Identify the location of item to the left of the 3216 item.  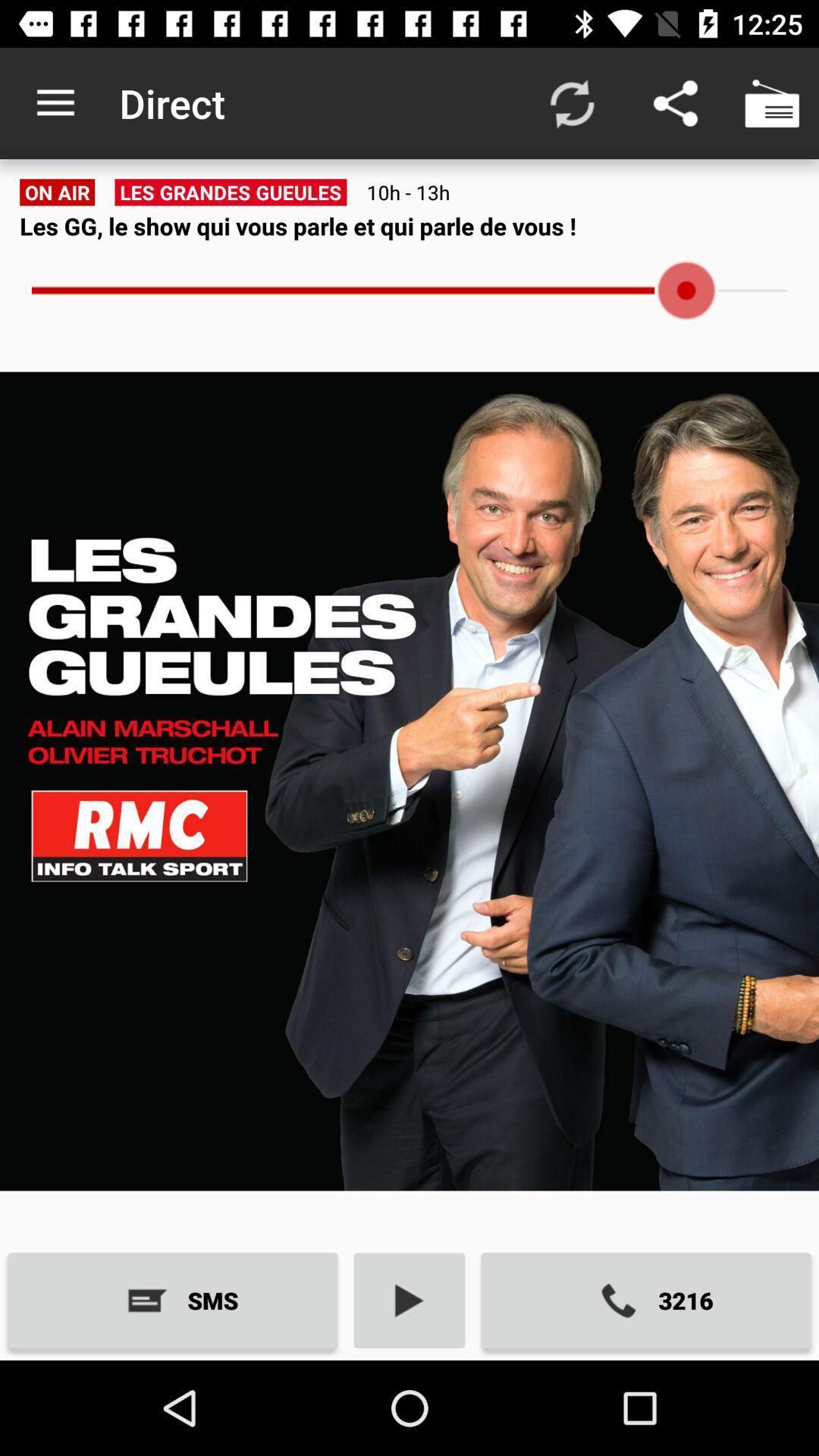
(409, 1300).